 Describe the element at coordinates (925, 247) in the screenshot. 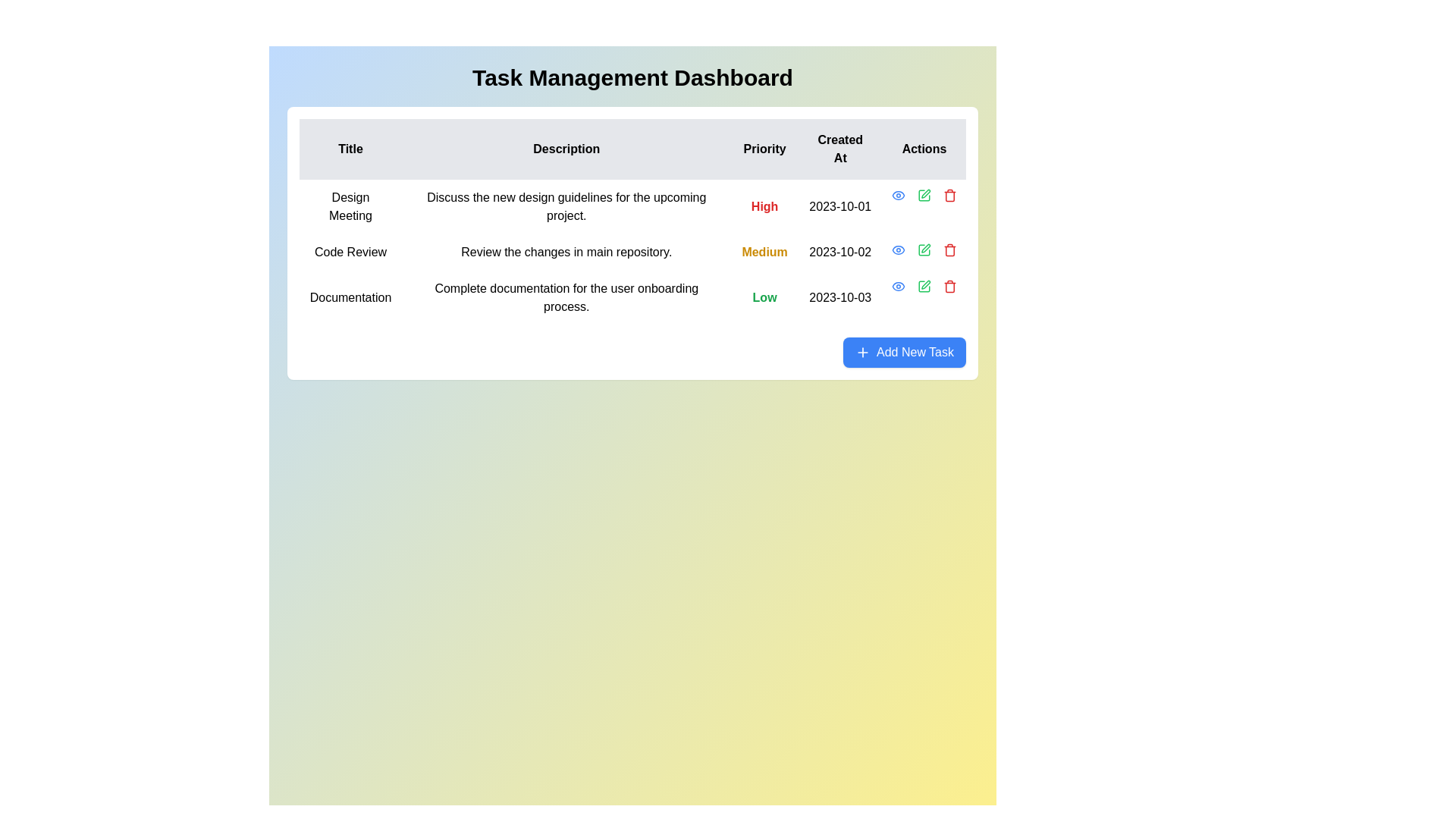

I see `the edit icon button in the 'Actions' column of the task list for the task labeled 'Code Review'` at that location.